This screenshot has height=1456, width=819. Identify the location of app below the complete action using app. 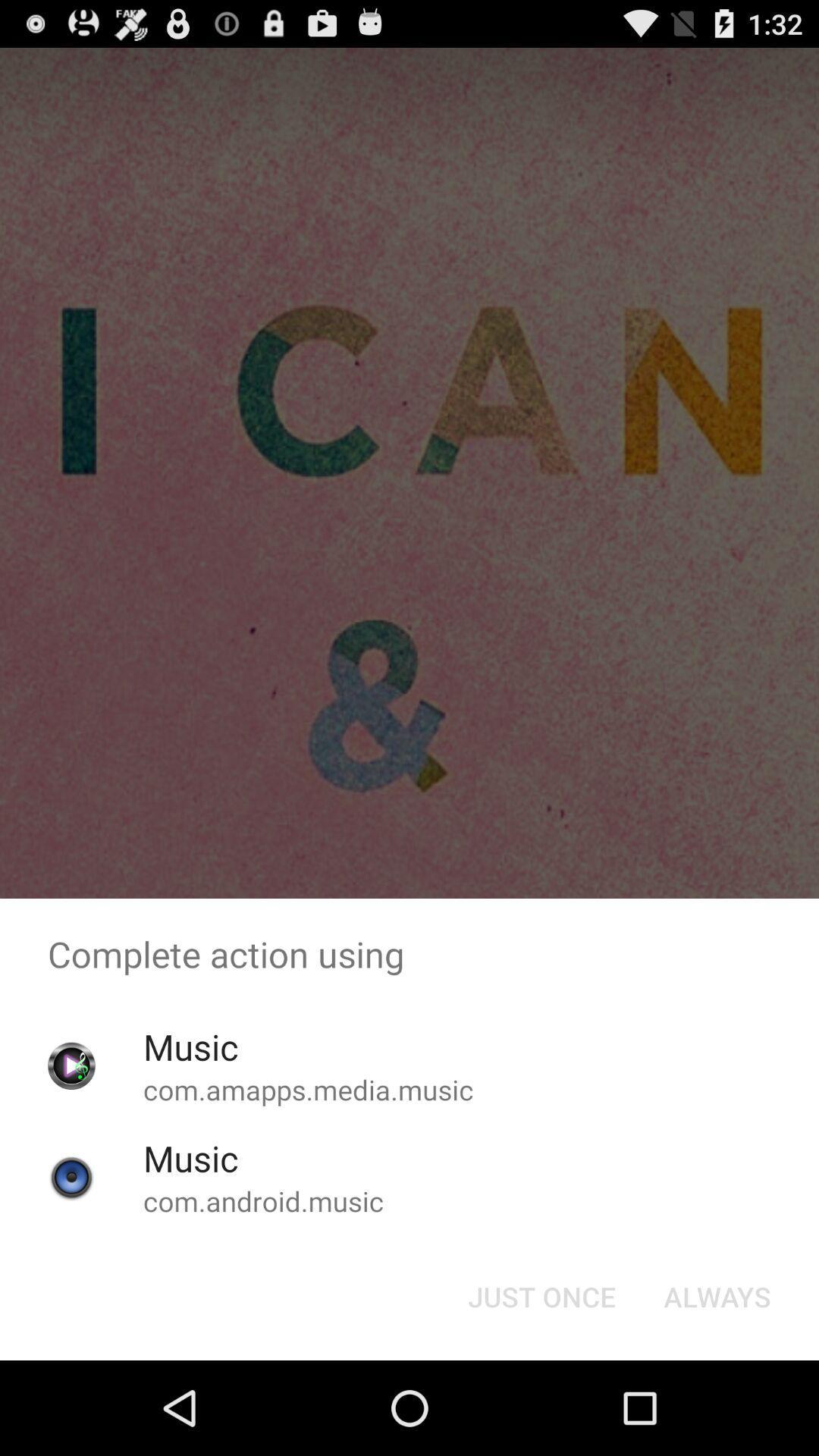
(717, 1295).